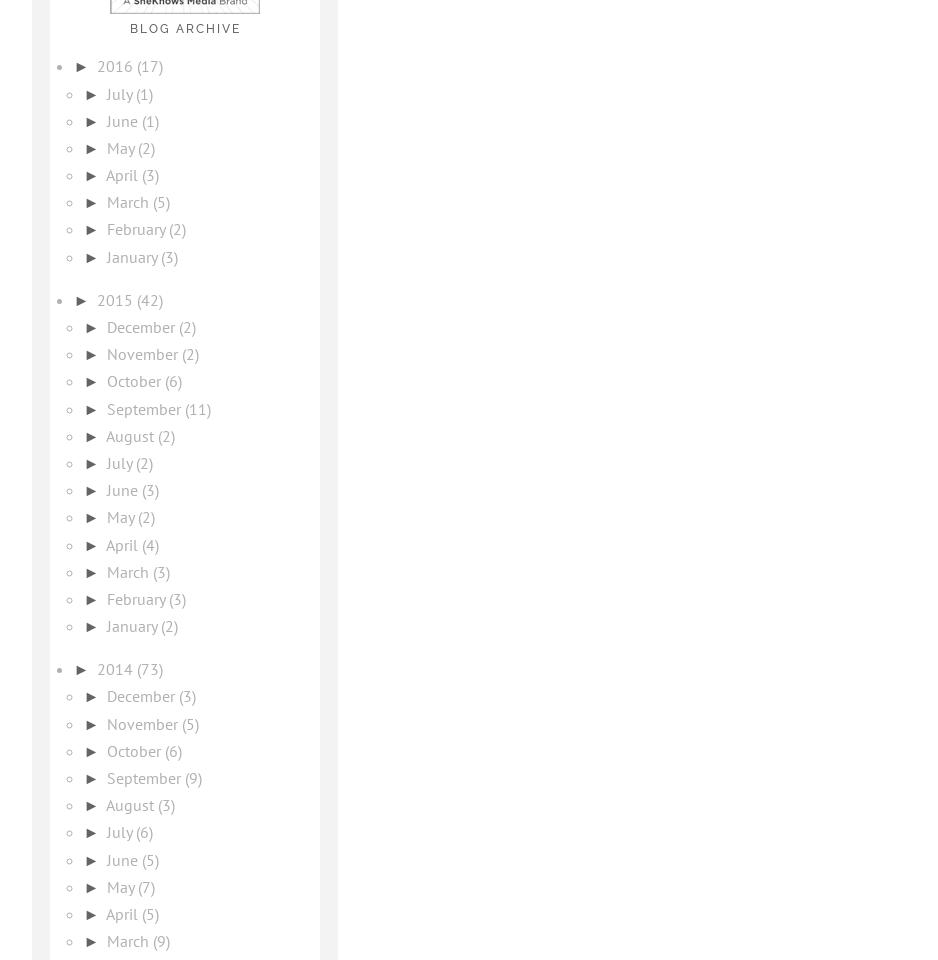 Image resolution: width=938 pixels, height=960 pixels. What do you see at coordinates (96, 66) in the screenshot?
I see `'2016'` at bounding box center [96, 66].